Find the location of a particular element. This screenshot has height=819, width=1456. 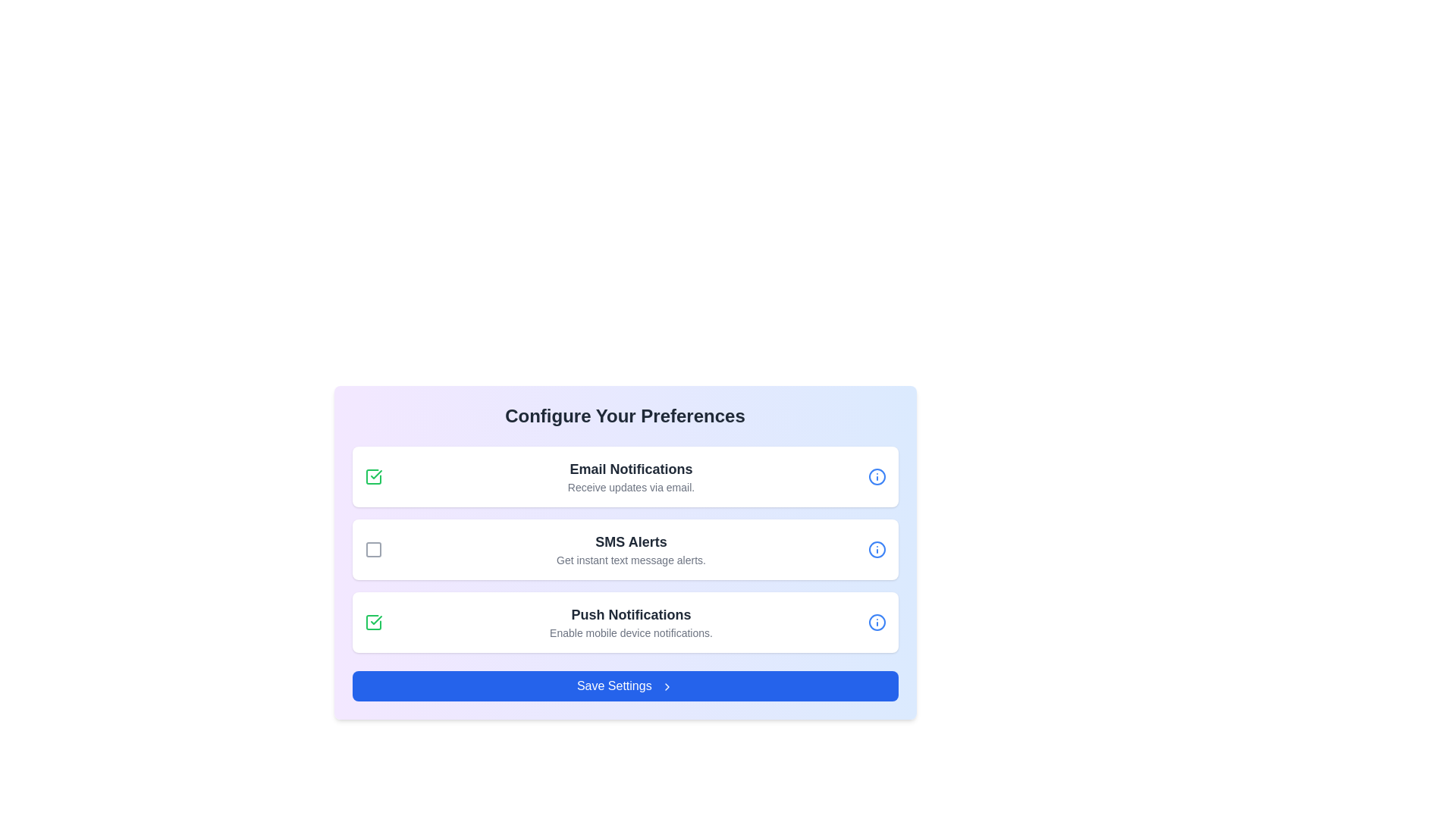

the informational icon located at the far right end of the 'Push Notifications' section is located at coordinates (877, 623).